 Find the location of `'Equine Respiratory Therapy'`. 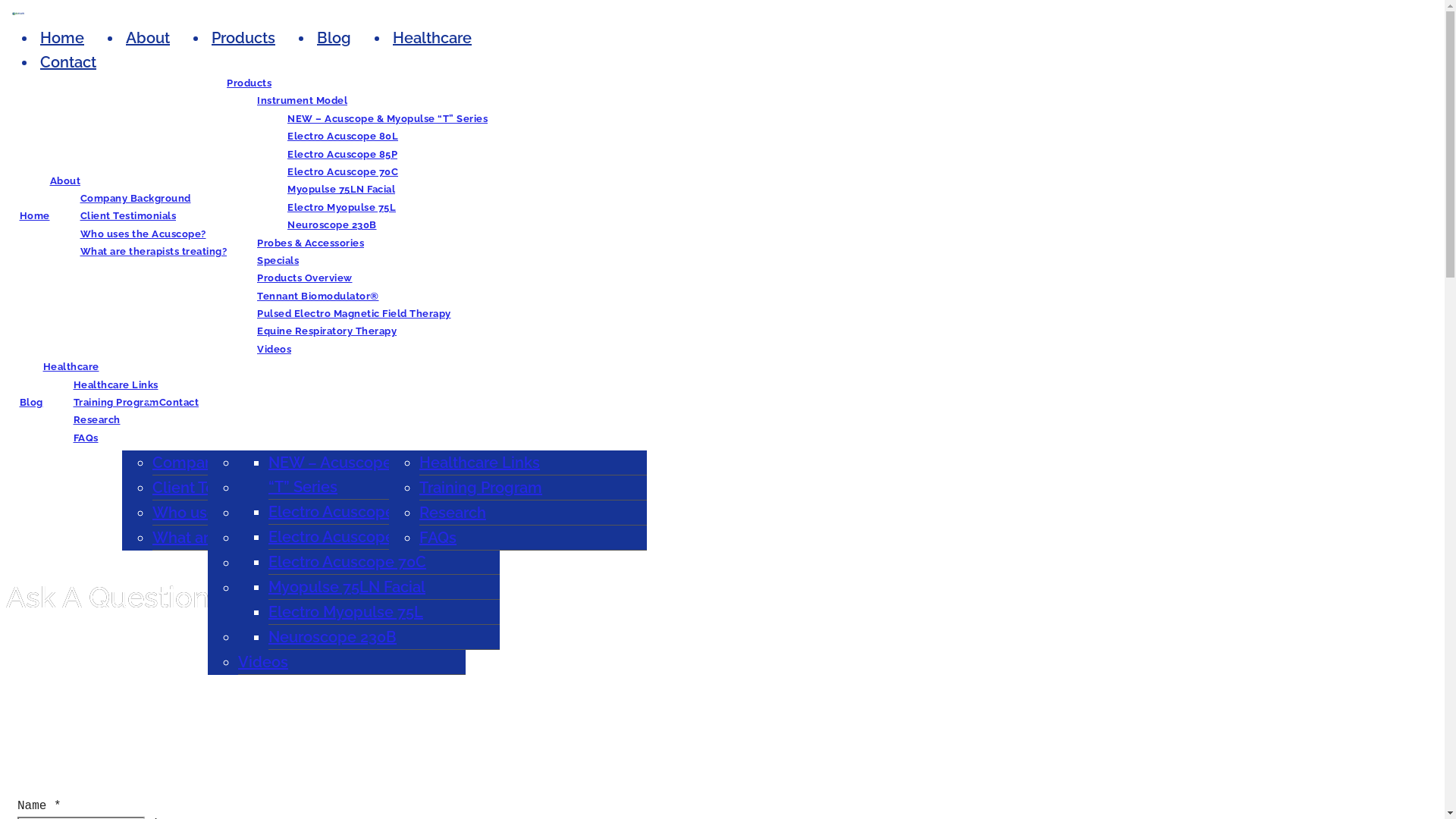

'Equine Respiratory Therapy' is located at coordinates (326, 330).